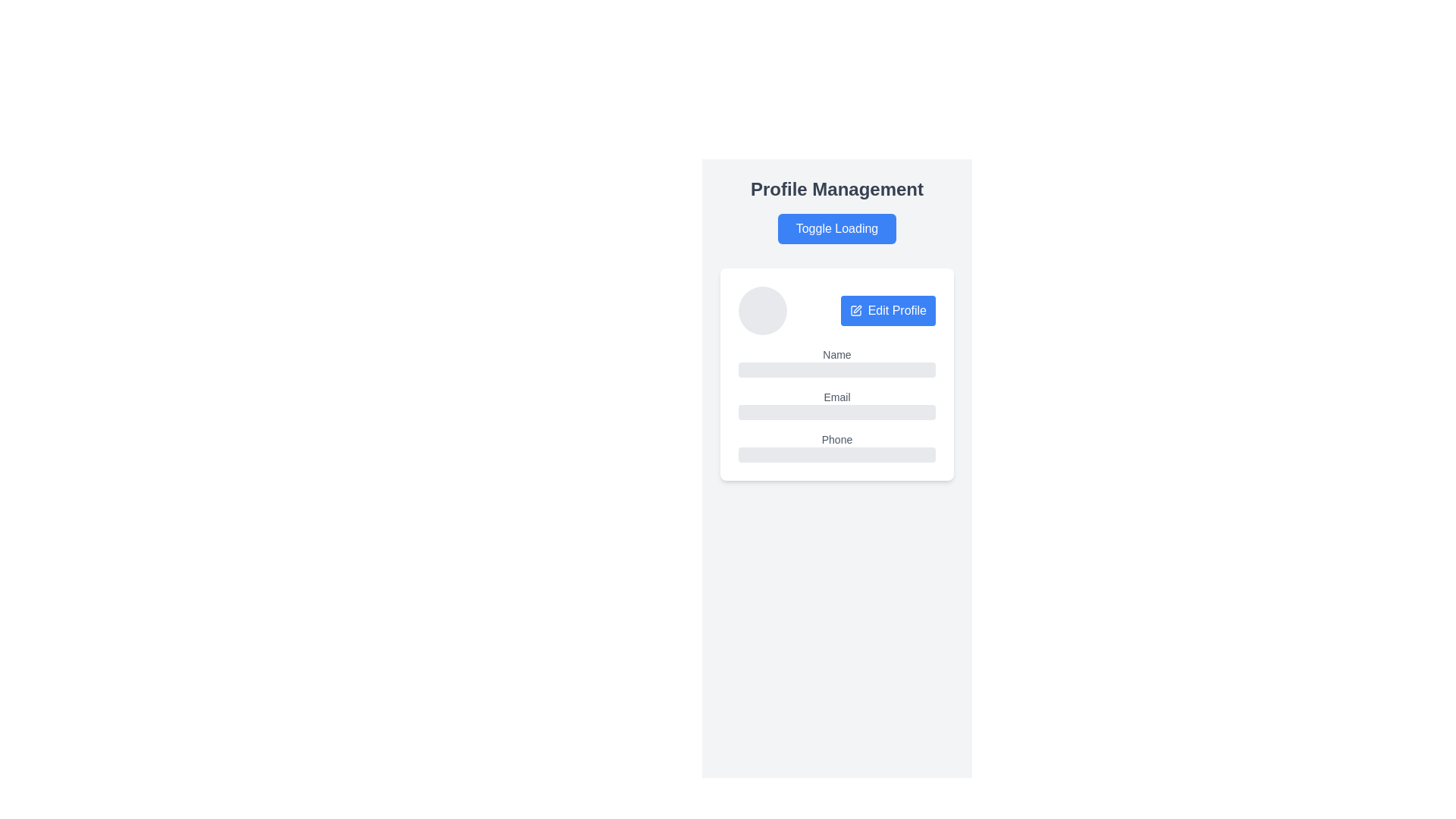 This screenshot has height=819, width=1456. Describe the element at coordinates (857, 309) in the screenshot. I see `the icon component within the SVG that represents a pen or writing tool, located in the 'Edit Profile' button in the upper section of the form card` at that location.